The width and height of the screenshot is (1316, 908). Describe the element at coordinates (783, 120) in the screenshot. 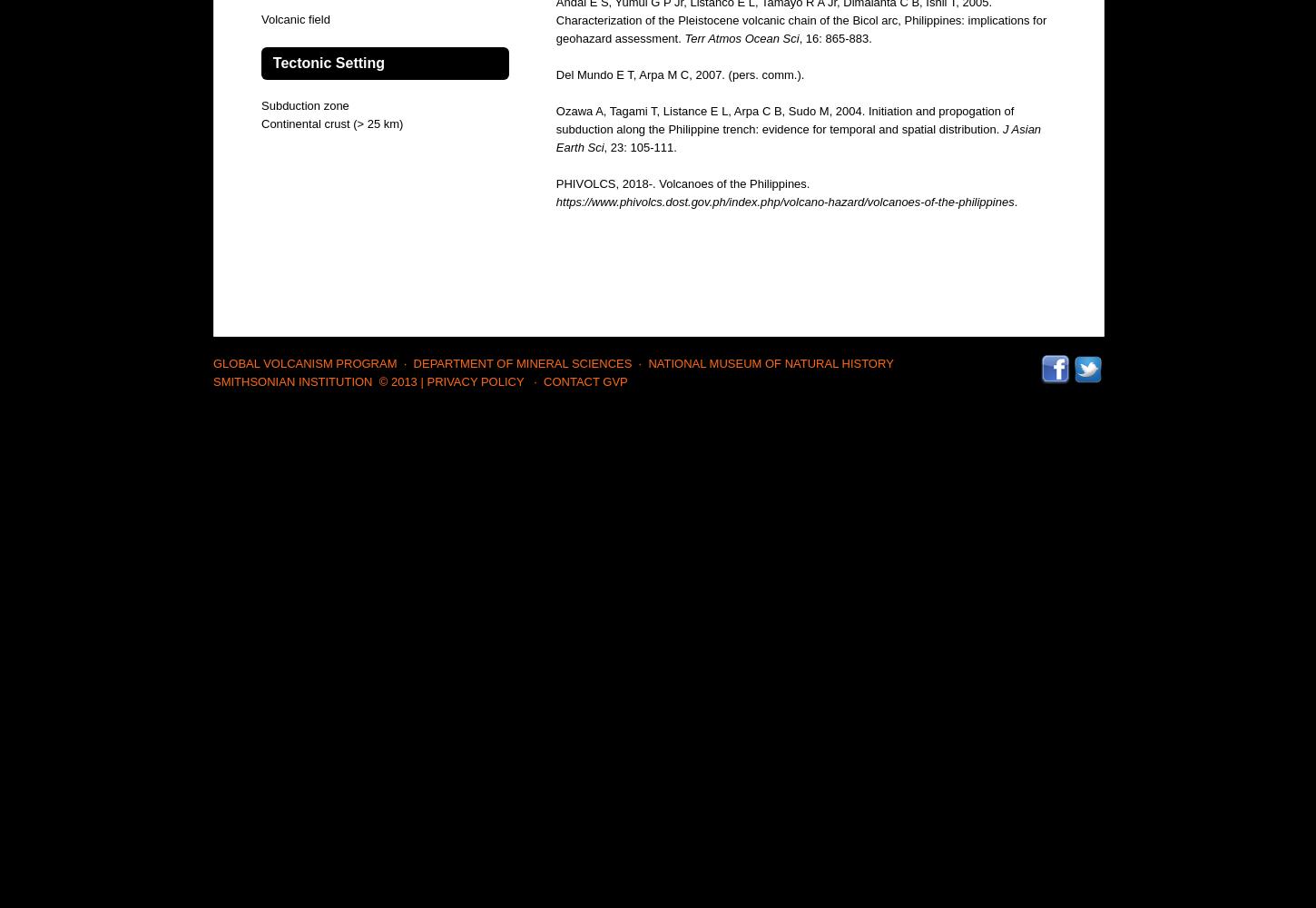

I see `'Ozawa A, Tagami T, Listance E L, Arpa C B, Sudo M, 2004. Initiation and propogation of subduction along the Philippine trench: evidence for temporal and spatial distribution.'` at that location.